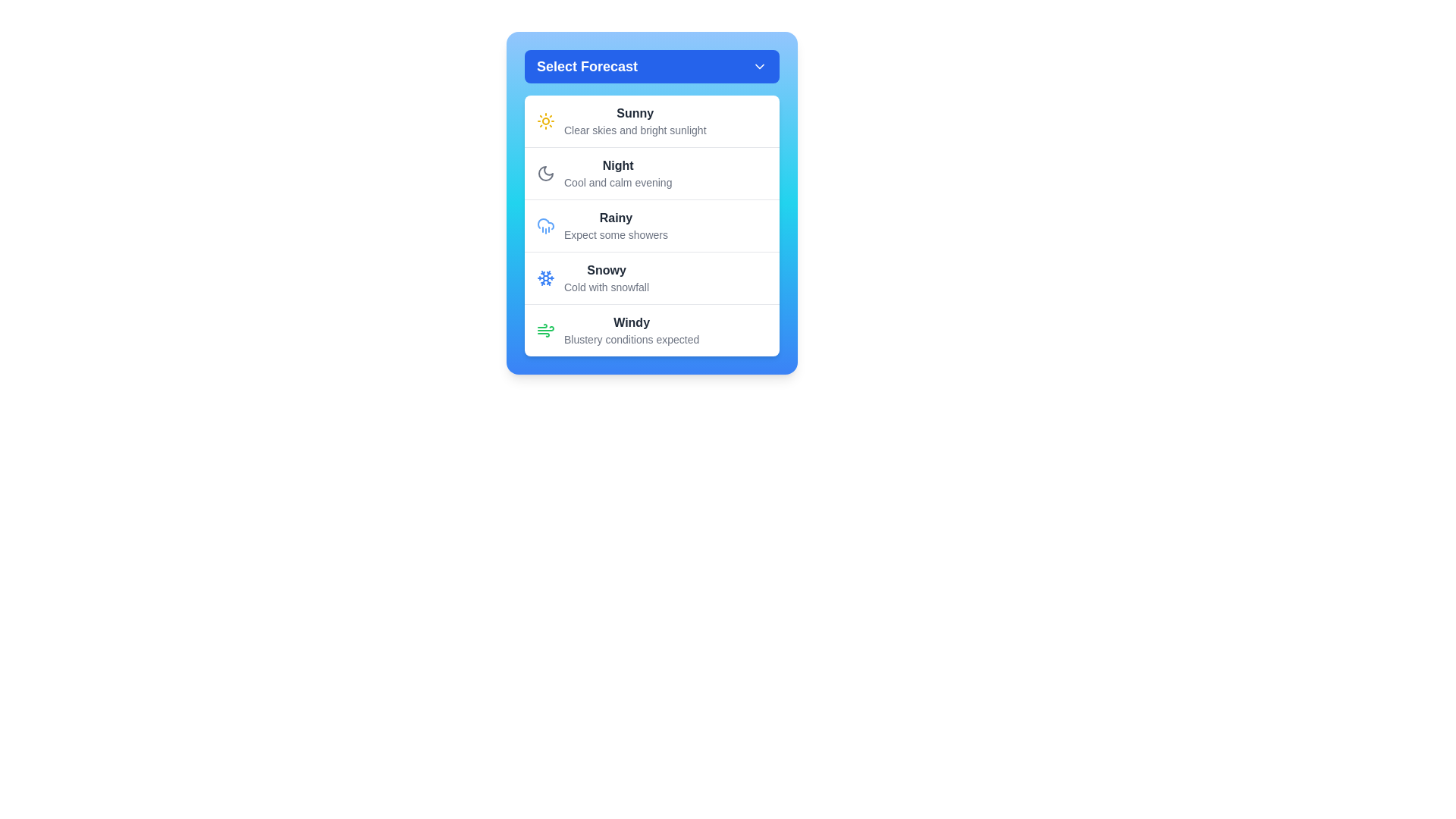  Describe the element at coordinates (543, 281) in the screenshot. I see `the diagonal blue line segment forming part of the stylized snowflake icon, located towards the bottom-right area of the snowflake structure and under the 'Snowy' list item in the dropdown menu` at that location.